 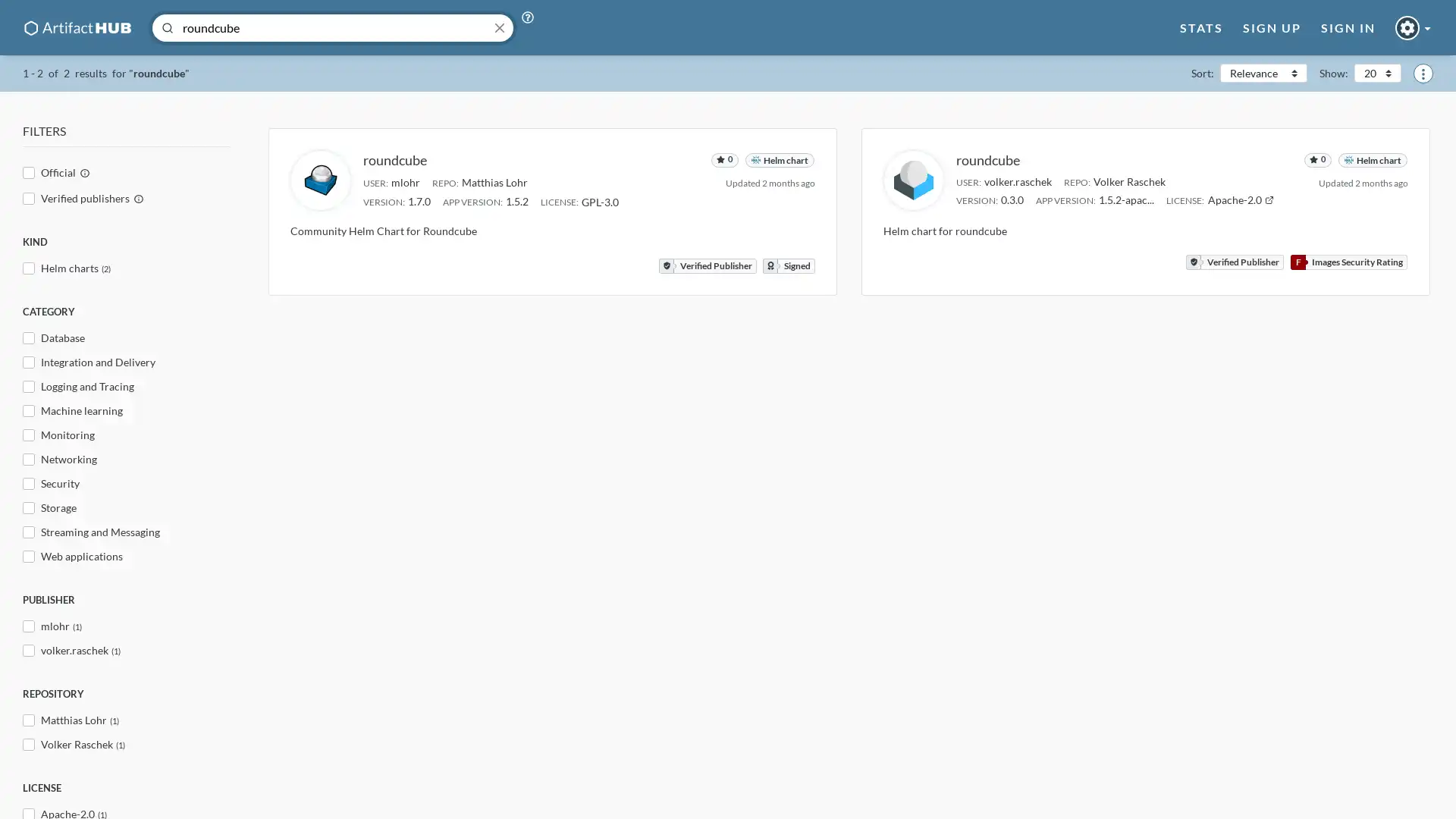 I want to click on Filter by repo Matthias Lohr, so click(x=494, y=180).